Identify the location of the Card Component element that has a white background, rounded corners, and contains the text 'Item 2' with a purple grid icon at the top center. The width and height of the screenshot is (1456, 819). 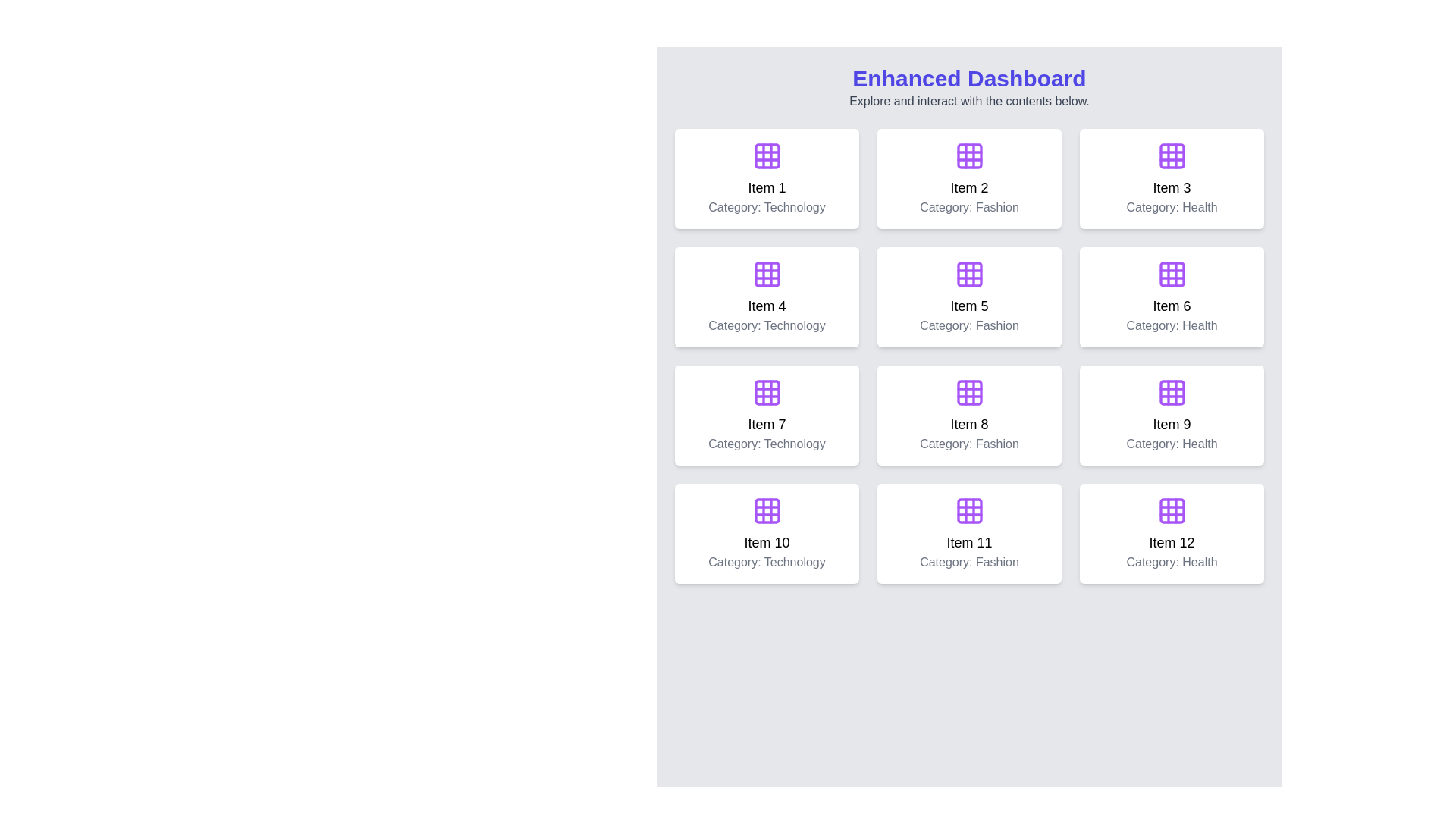
(968, 177).